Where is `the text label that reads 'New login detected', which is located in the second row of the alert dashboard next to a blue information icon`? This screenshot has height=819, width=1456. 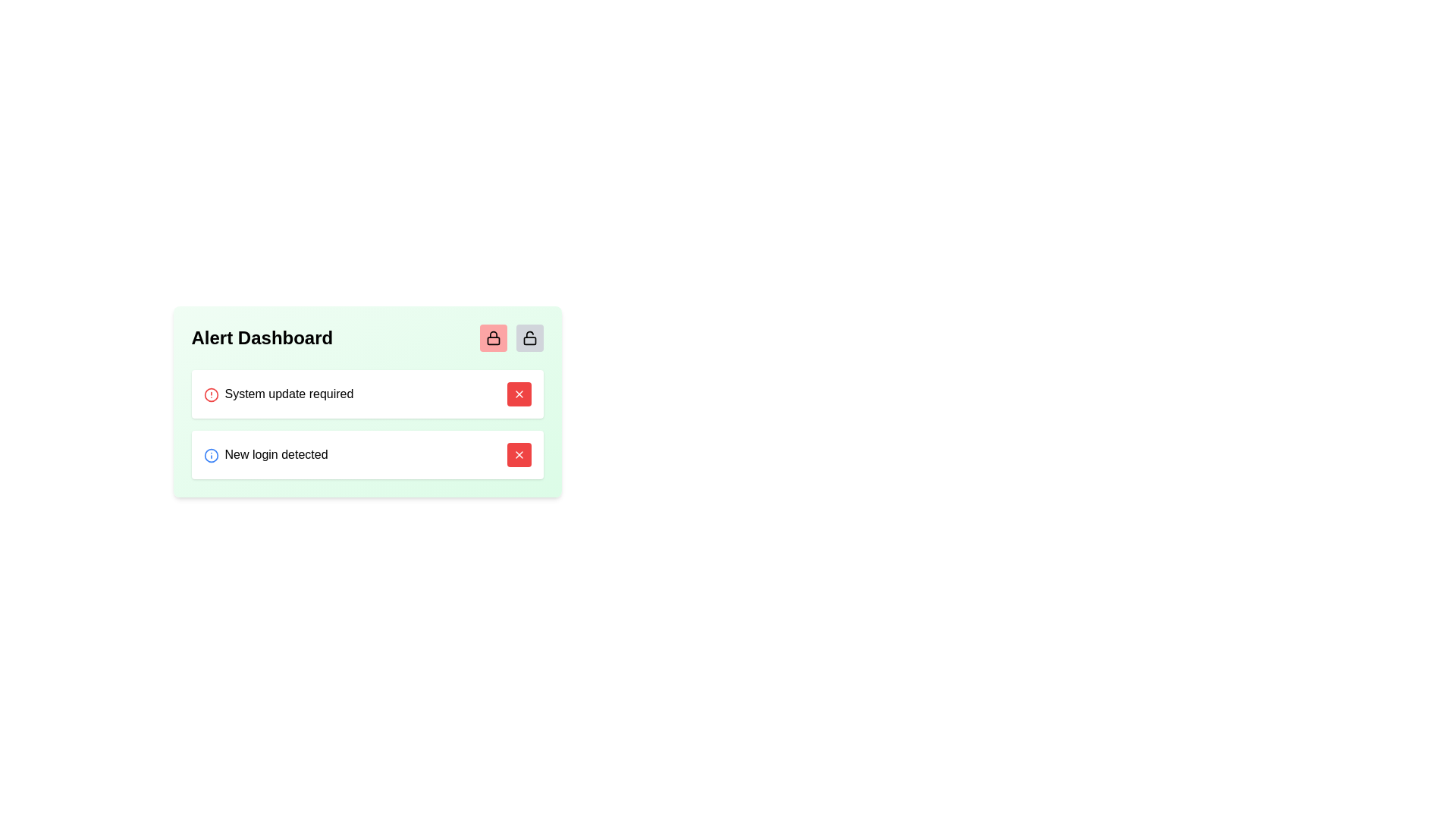
the text label that reads 'New login detected', which is located in the second row of the alert dashboard next to a blue information icon is located at coordinates (265, 454).